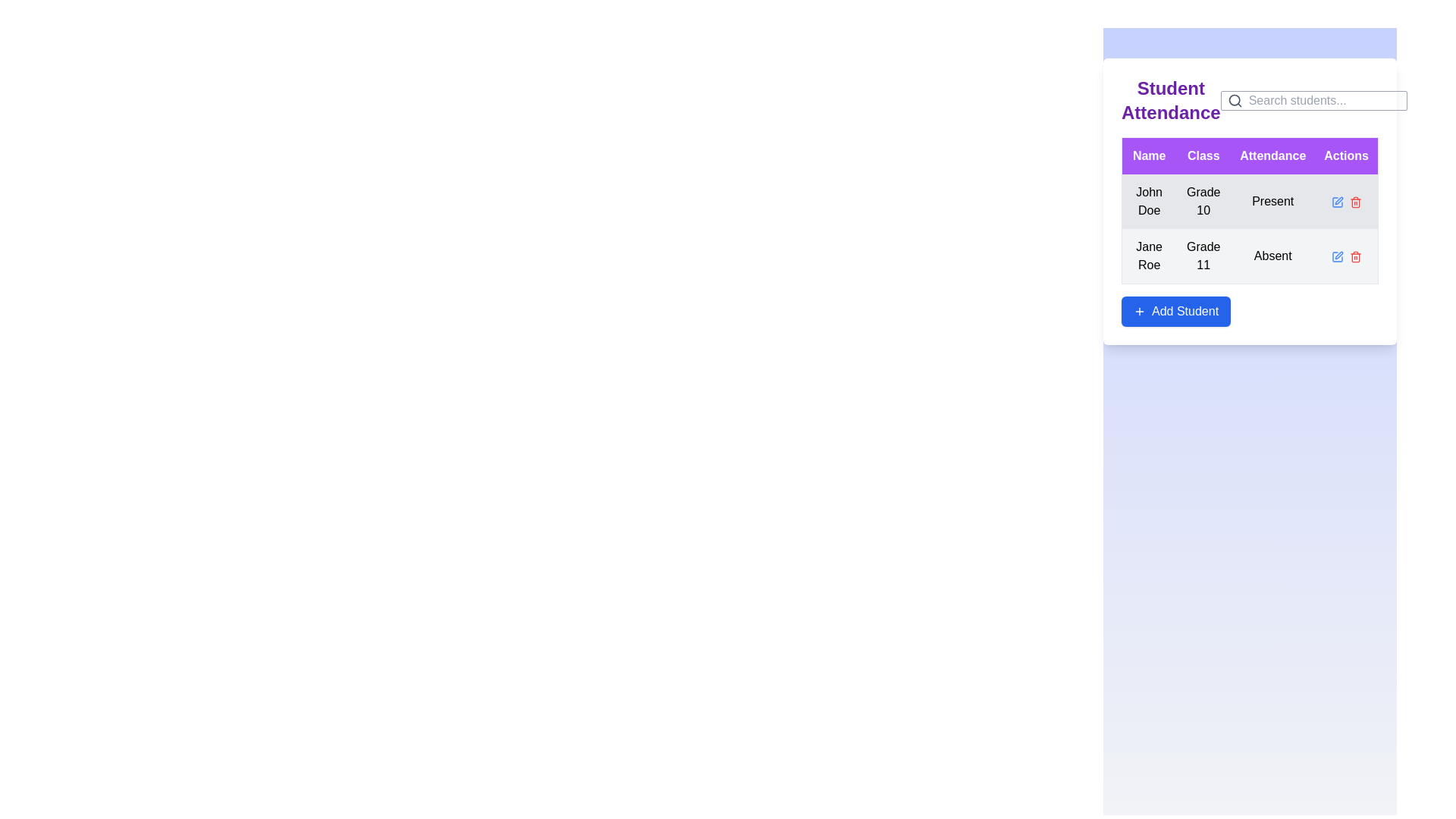 This screenshot has width=1456, height=819. What do you see at coordinates (1313, 100) in the screenshot?
I see `the search icon located to the right of the 'Student Attendance' text in the search bar` at bounding box center [1313, 100].